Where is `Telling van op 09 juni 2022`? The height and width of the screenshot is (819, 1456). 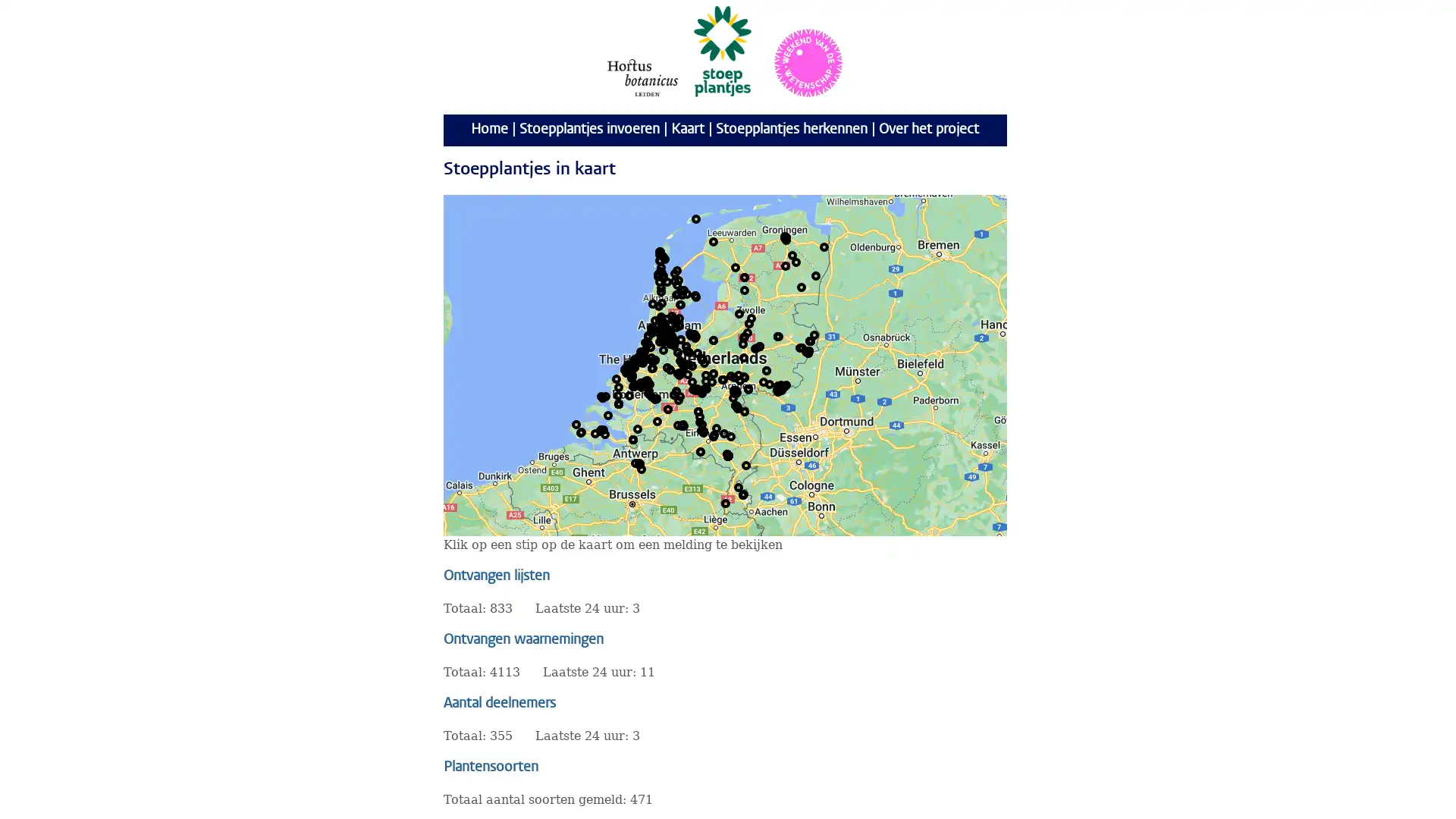 Telling van op 09 juni 2022 is located at coordinates (778, 335).